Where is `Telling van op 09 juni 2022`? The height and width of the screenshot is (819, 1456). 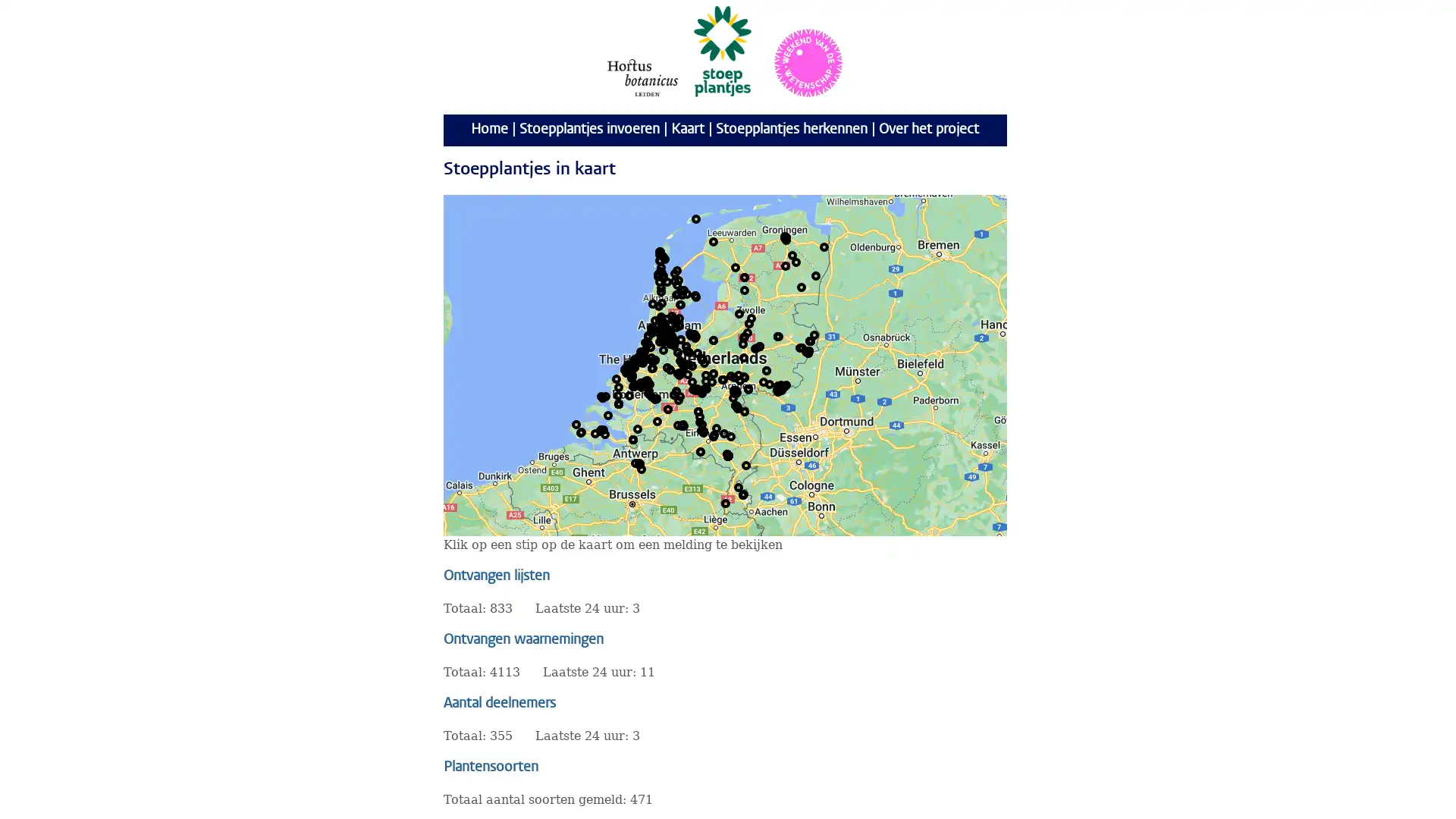 Telling van op 09 juni 2022 is located at coordinates (778, 335).